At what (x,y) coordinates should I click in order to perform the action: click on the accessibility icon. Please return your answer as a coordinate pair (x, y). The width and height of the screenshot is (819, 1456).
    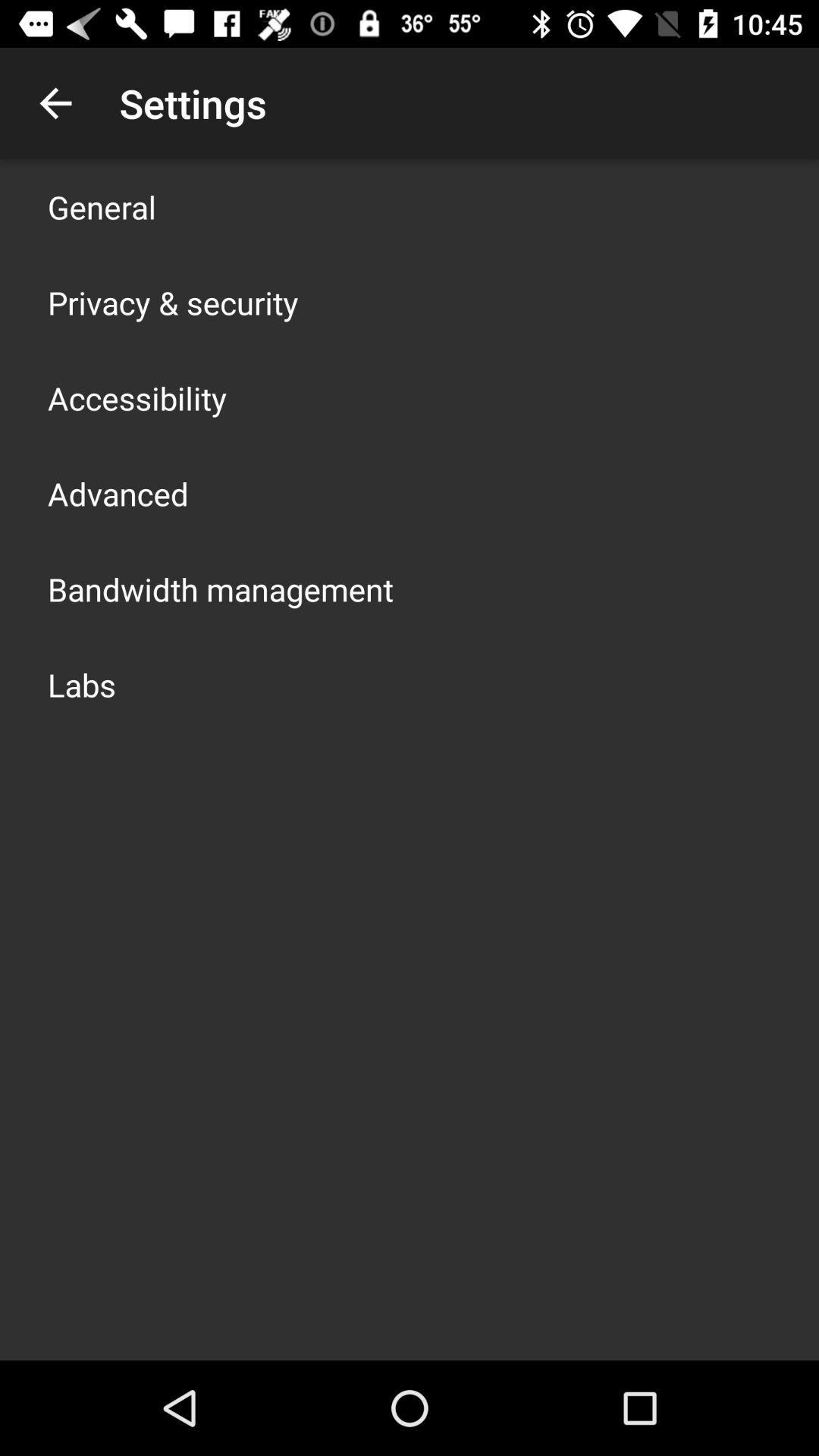
    Looking at the image, I should click on (137, 397).